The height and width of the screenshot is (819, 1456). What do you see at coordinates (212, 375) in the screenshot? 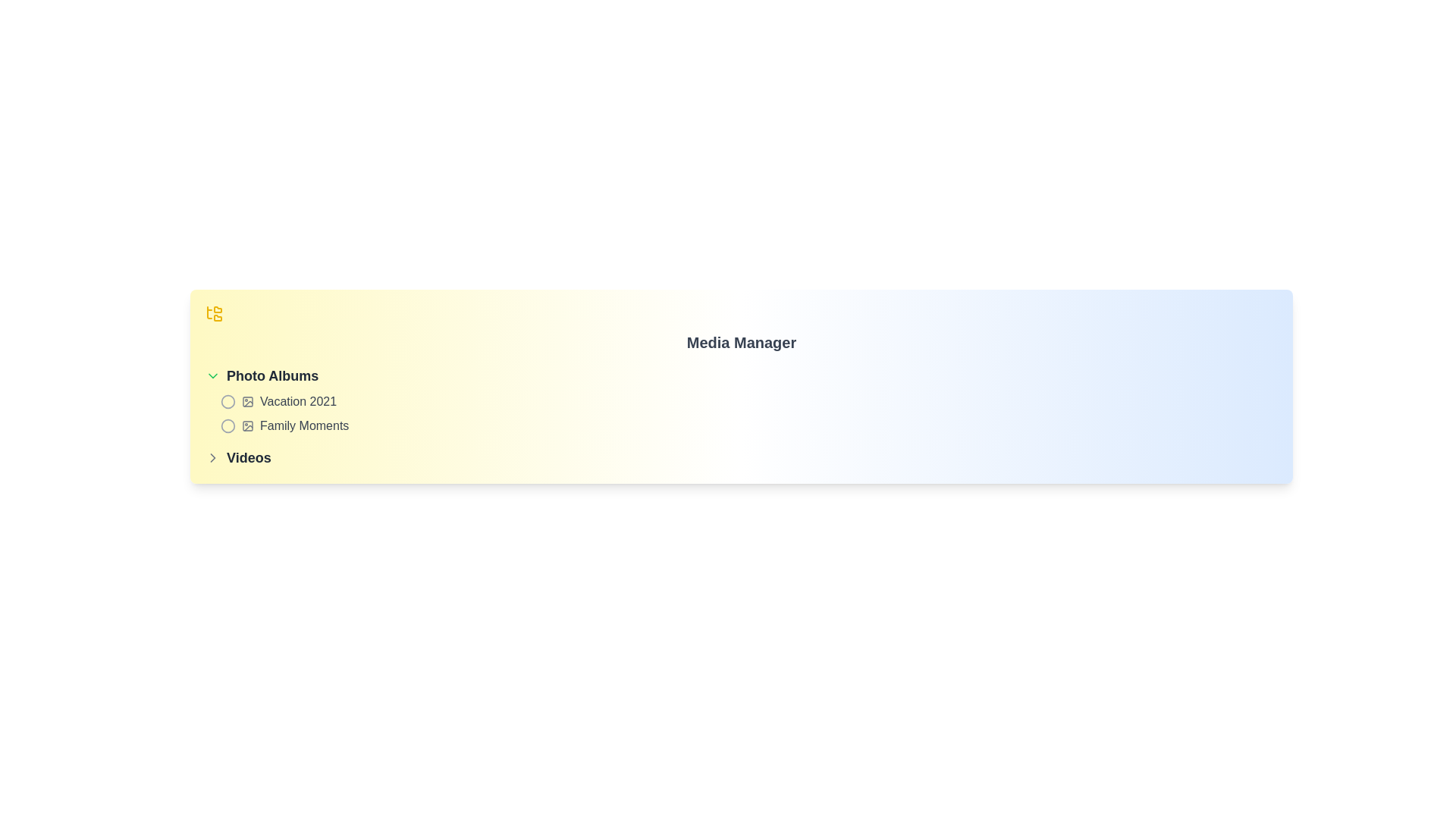
I see `the green downward chevron icon` at bounding box center [212, 375].